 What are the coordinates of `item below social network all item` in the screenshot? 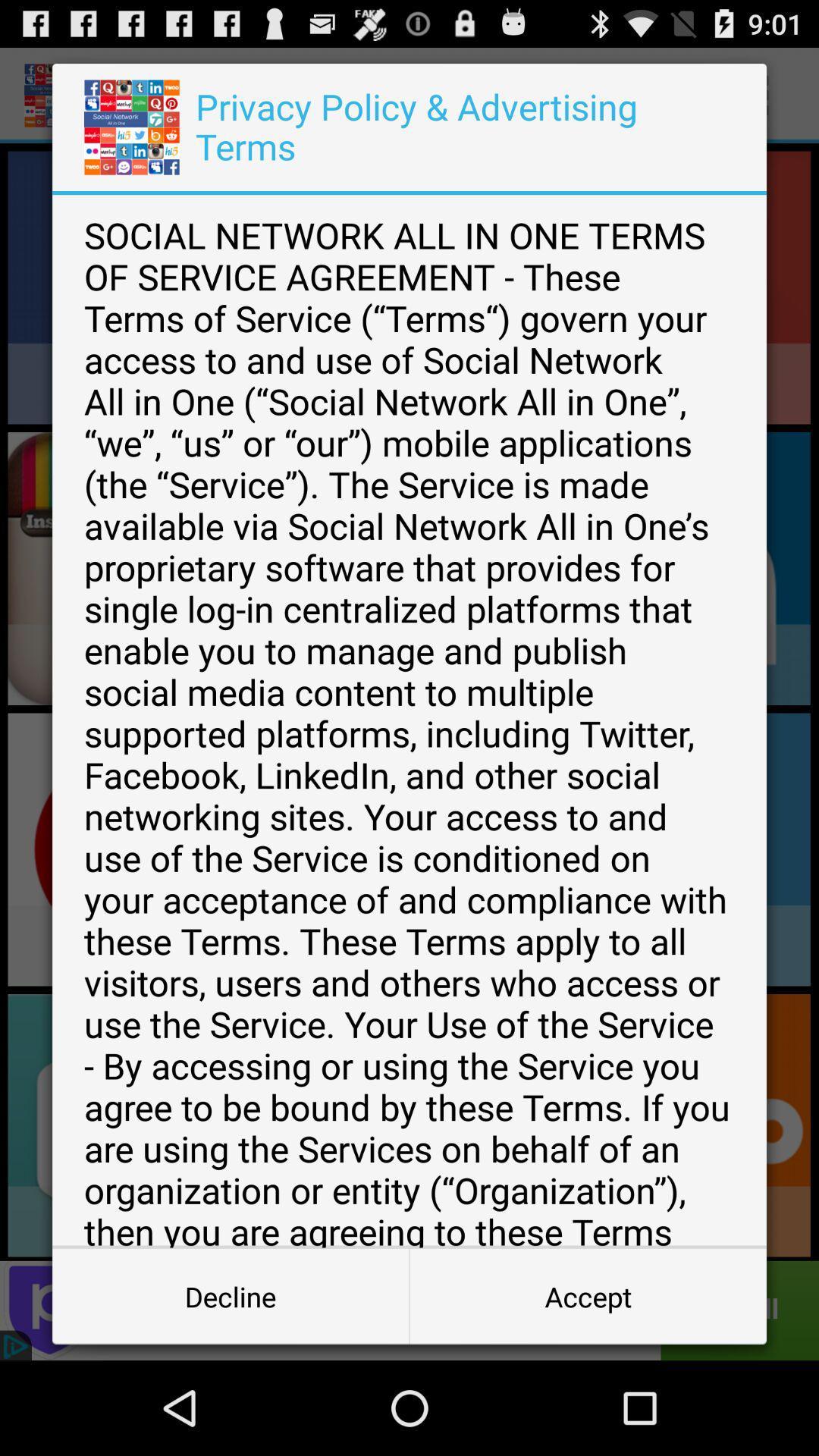 It's located at (587, 1295).